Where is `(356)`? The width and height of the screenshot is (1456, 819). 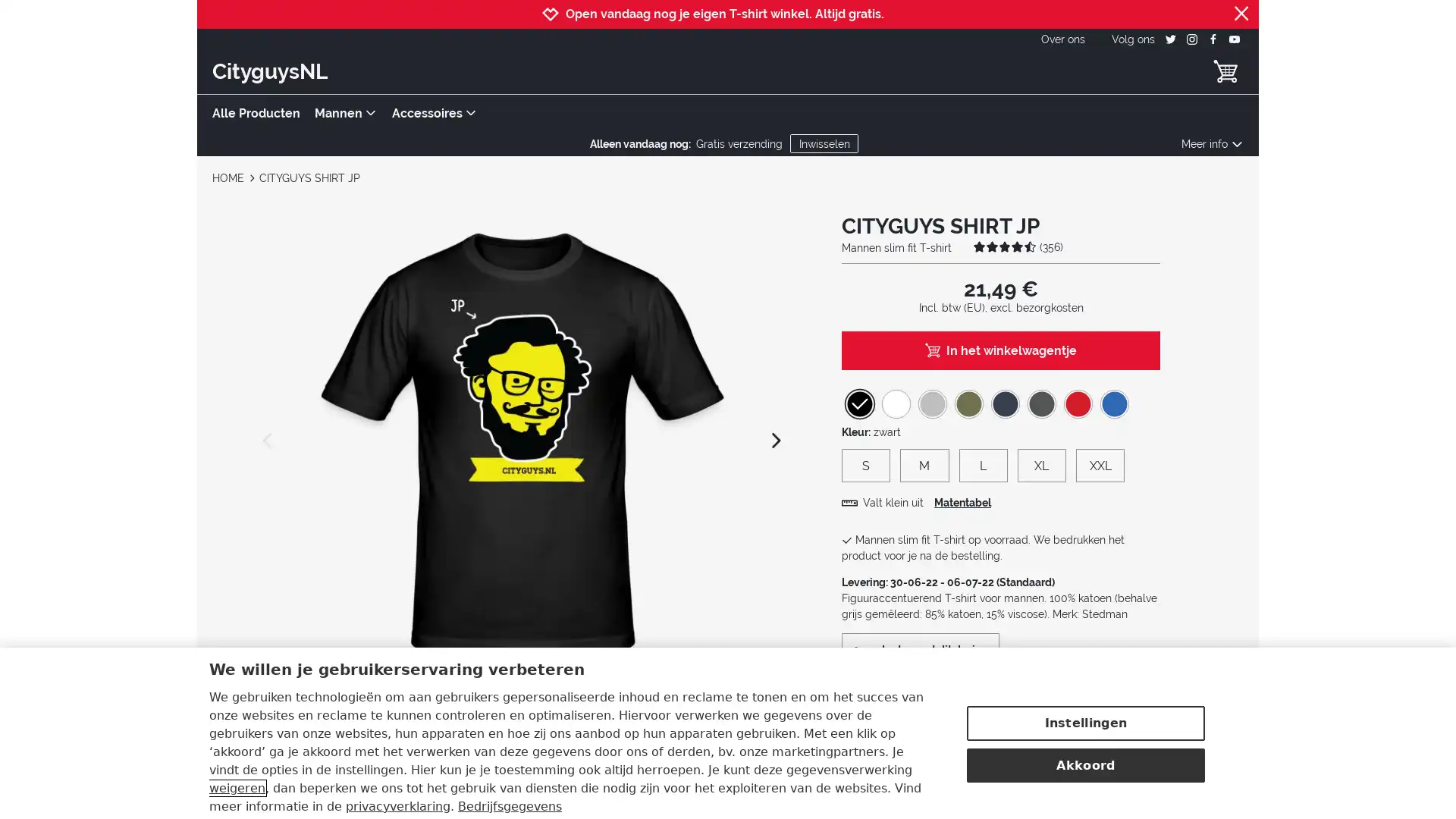 (356) is located at coordinates (1018, 245).